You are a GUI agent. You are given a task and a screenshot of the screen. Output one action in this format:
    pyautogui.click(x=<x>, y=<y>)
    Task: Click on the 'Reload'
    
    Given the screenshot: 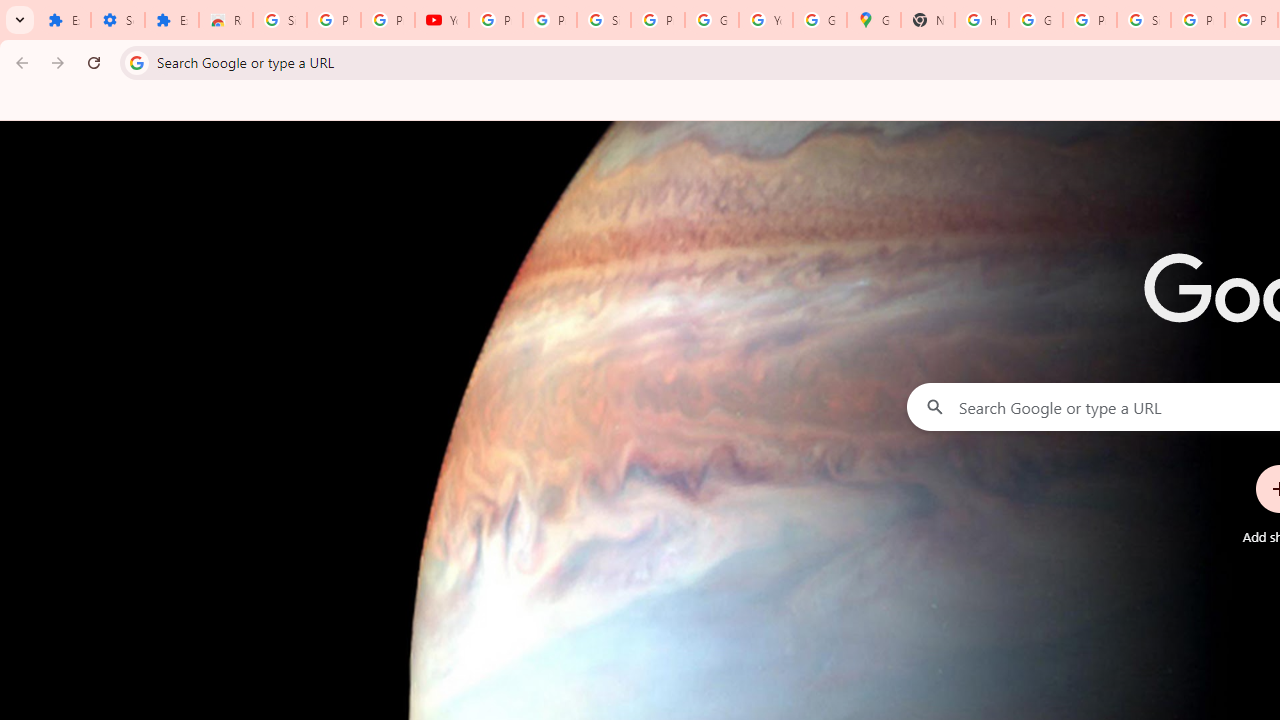 What is the action you would take?
    pyautogui.click(x=93, y=61)
    